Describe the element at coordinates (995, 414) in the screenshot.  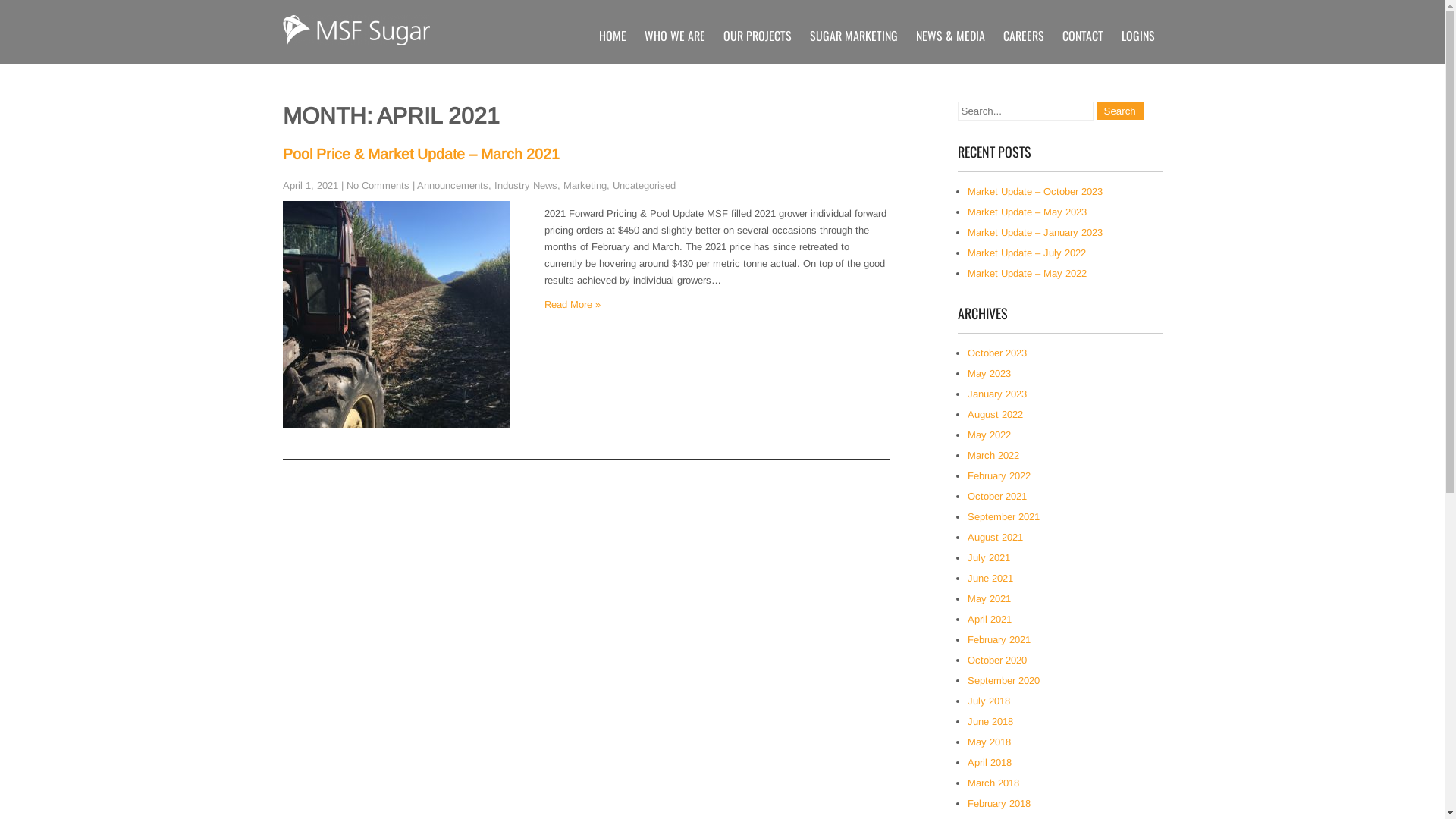
I see `'August 2022'` at that location.